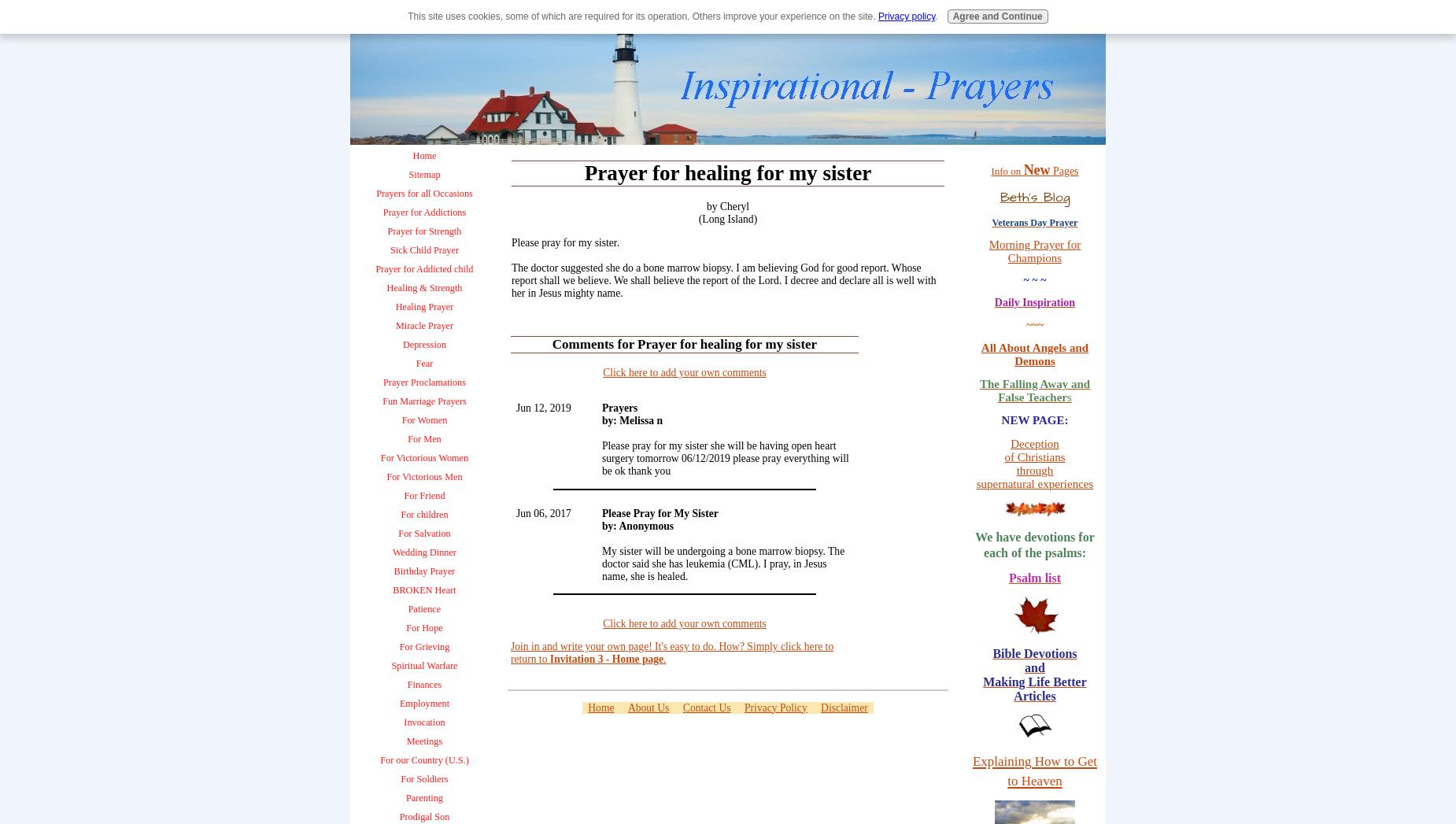  Describe the element at coordinates (774, 706) in the screenshot. I see `'Privacy Policy'` at that location.